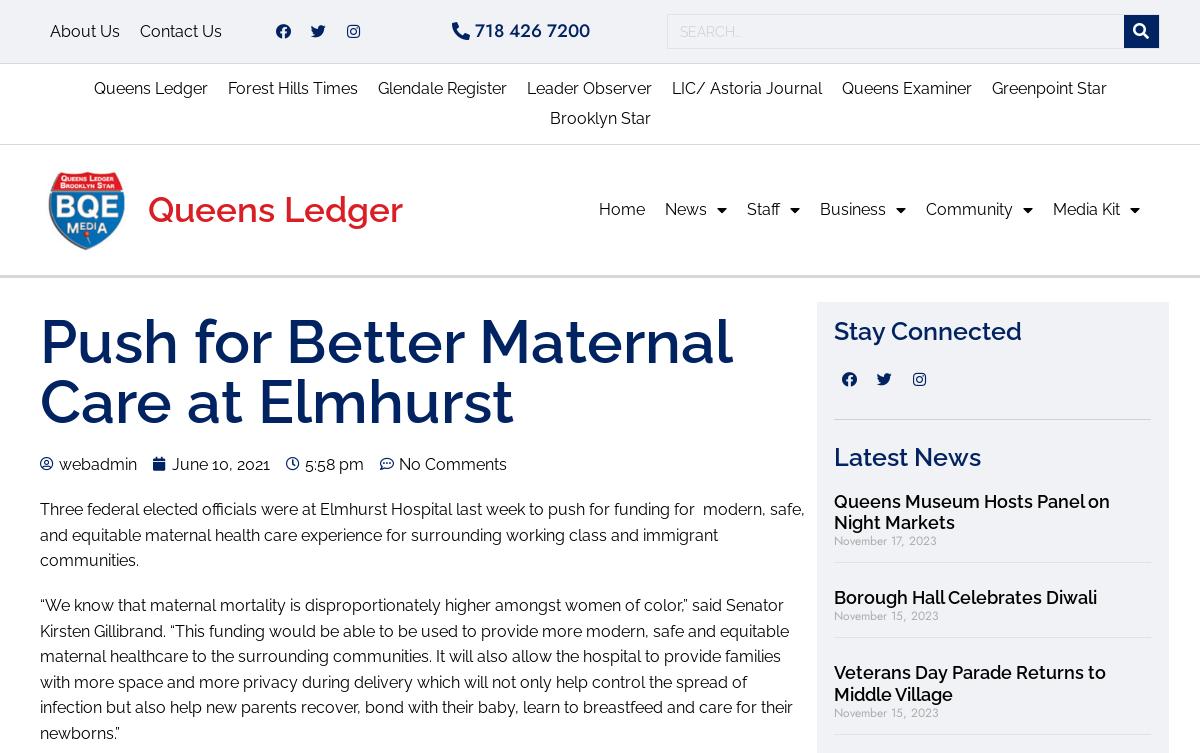  Describe the element at coordinates (416, 668) in the screenshot. I see `'“We know that maternal mortality is disproportionately higher amongst women of color,” said Senator Kirsten Gillibrand. “This funding would be able to be used to provide more modern, safe and equitable maternal healthcare to the surrounding communities. It will also allow the hospital to provide families with more space and more privacy during delivery which will not only help control the spread of infection but also help new parents recover, bond with their baby, learn to breastfeed and care for their newborns.”'` at that location.